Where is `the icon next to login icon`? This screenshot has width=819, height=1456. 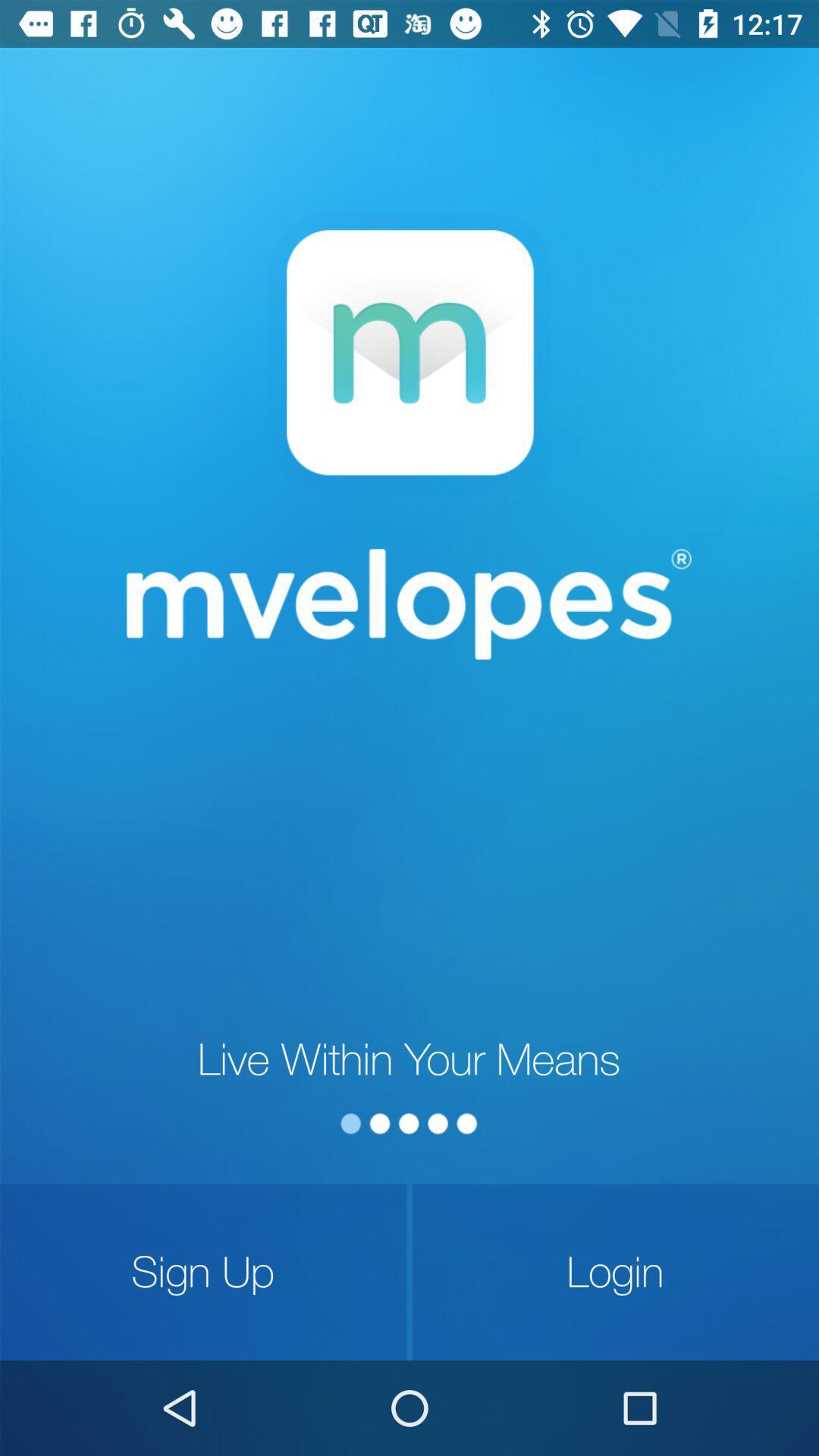
the icon next to login icon is located at coordinates (202, 1272).